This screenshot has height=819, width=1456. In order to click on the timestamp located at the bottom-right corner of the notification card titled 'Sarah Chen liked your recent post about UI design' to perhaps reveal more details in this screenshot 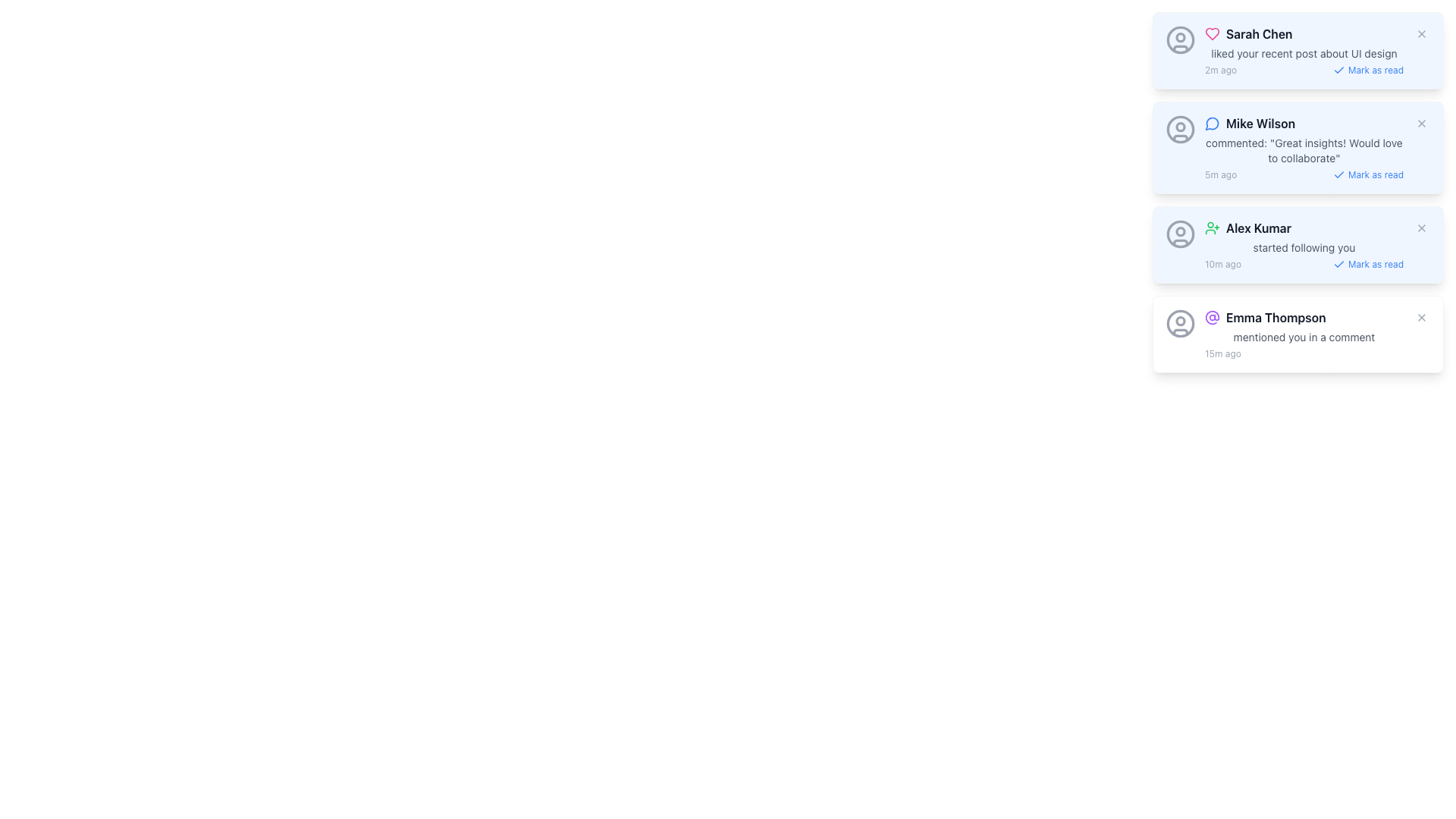, I will do `click(1303, 70)`.